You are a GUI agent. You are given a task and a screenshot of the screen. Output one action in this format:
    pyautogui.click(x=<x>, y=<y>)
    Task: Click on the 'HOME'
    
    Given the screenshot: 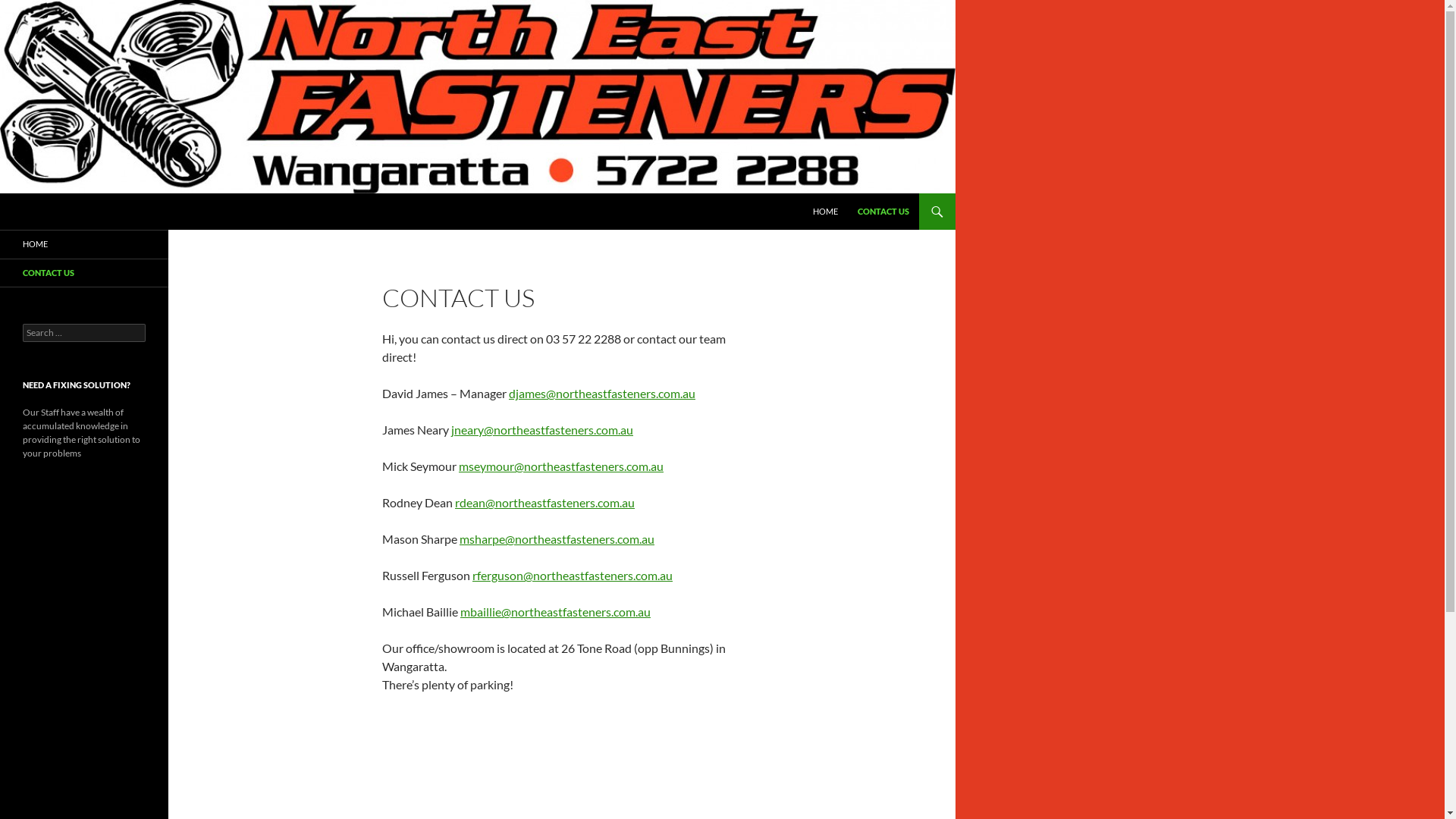 What is the action you would take?
    pyautogui.click(x=824, y=211)
    